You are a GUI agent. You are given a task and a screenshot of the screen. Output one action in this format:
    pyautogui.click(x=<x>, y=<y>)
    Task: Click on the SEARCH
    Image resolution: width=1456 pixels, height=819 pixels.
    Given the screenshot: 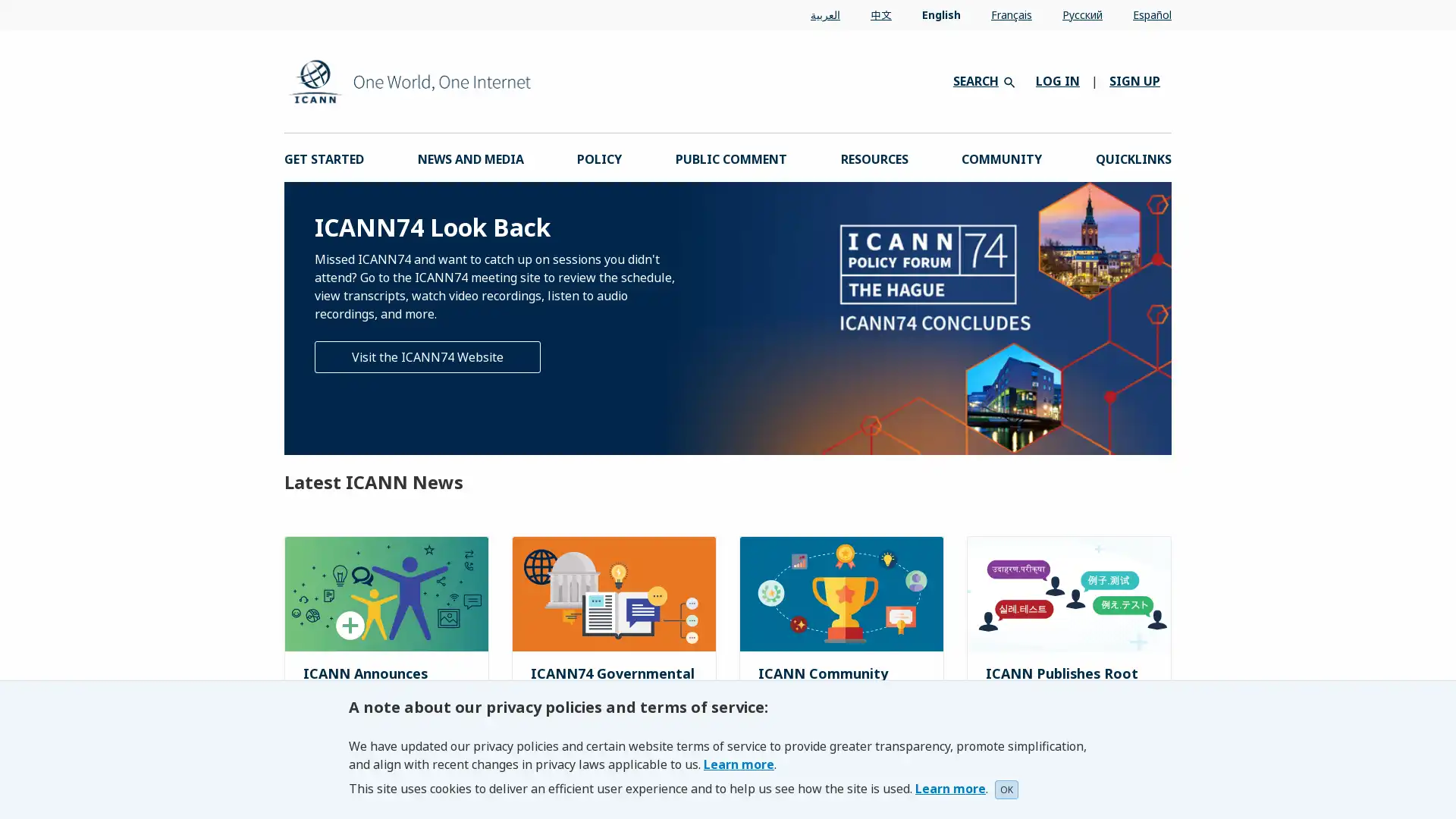 What is the action you would take?
    pyautogui.click(x=983, y=80)
    